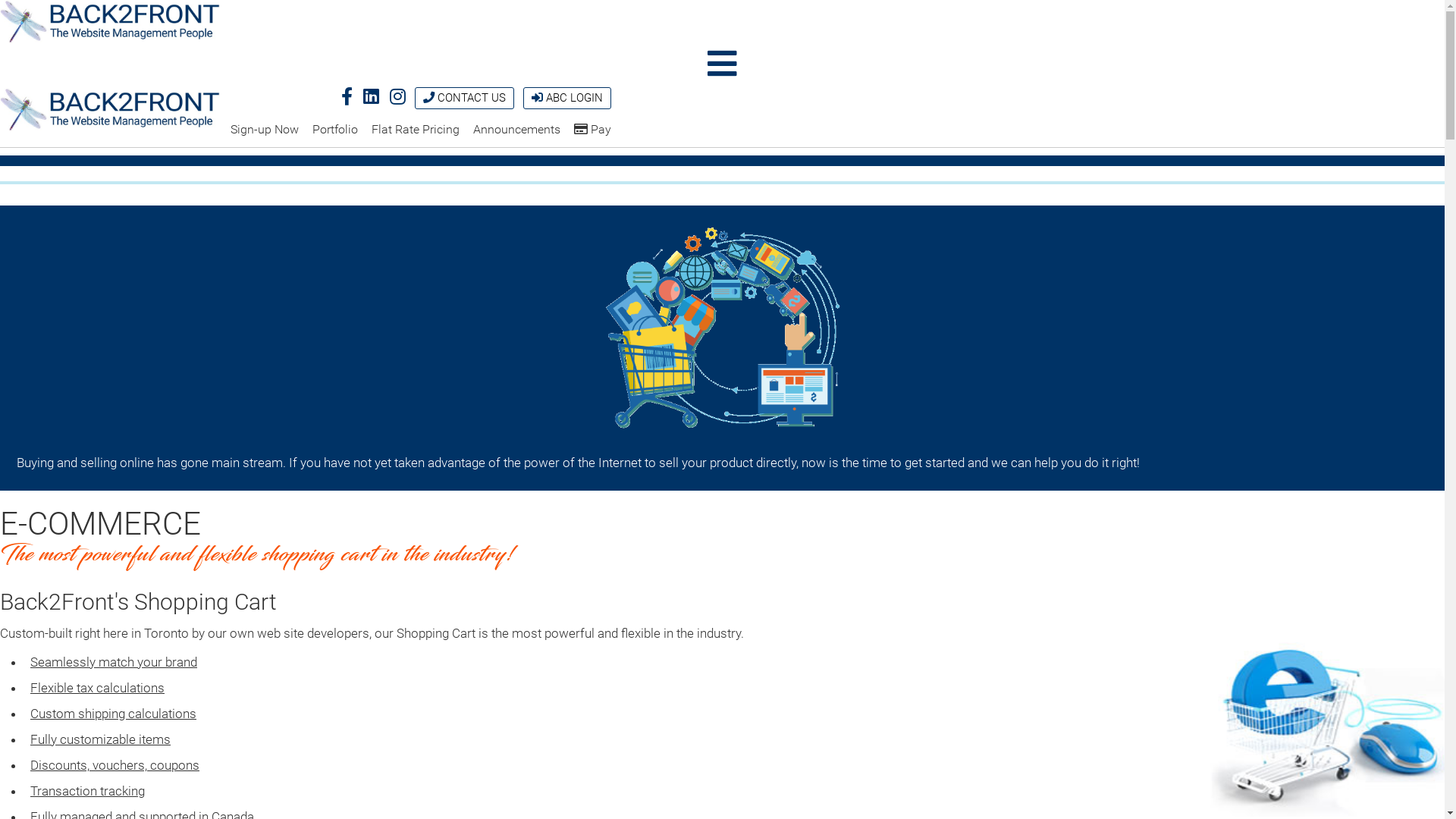 The height and width of the screenshot is (819, 1456). Describe the element at coordinates (96, 687) in the screenshot. I see `'Flexible tax calculations'` at that location.